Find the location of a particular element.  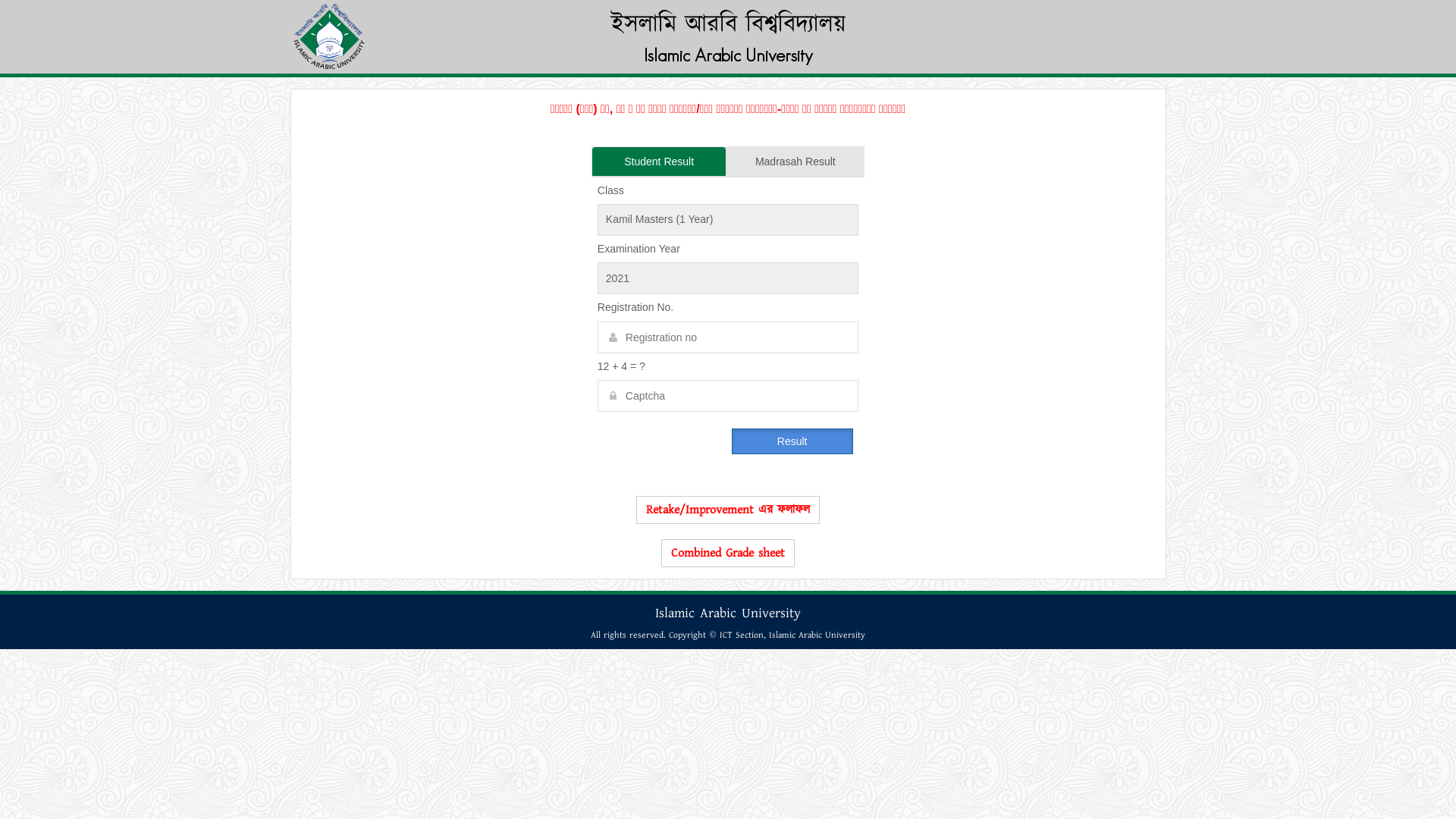

'Combined Grade sheet' is located at coordinates (728, 553).